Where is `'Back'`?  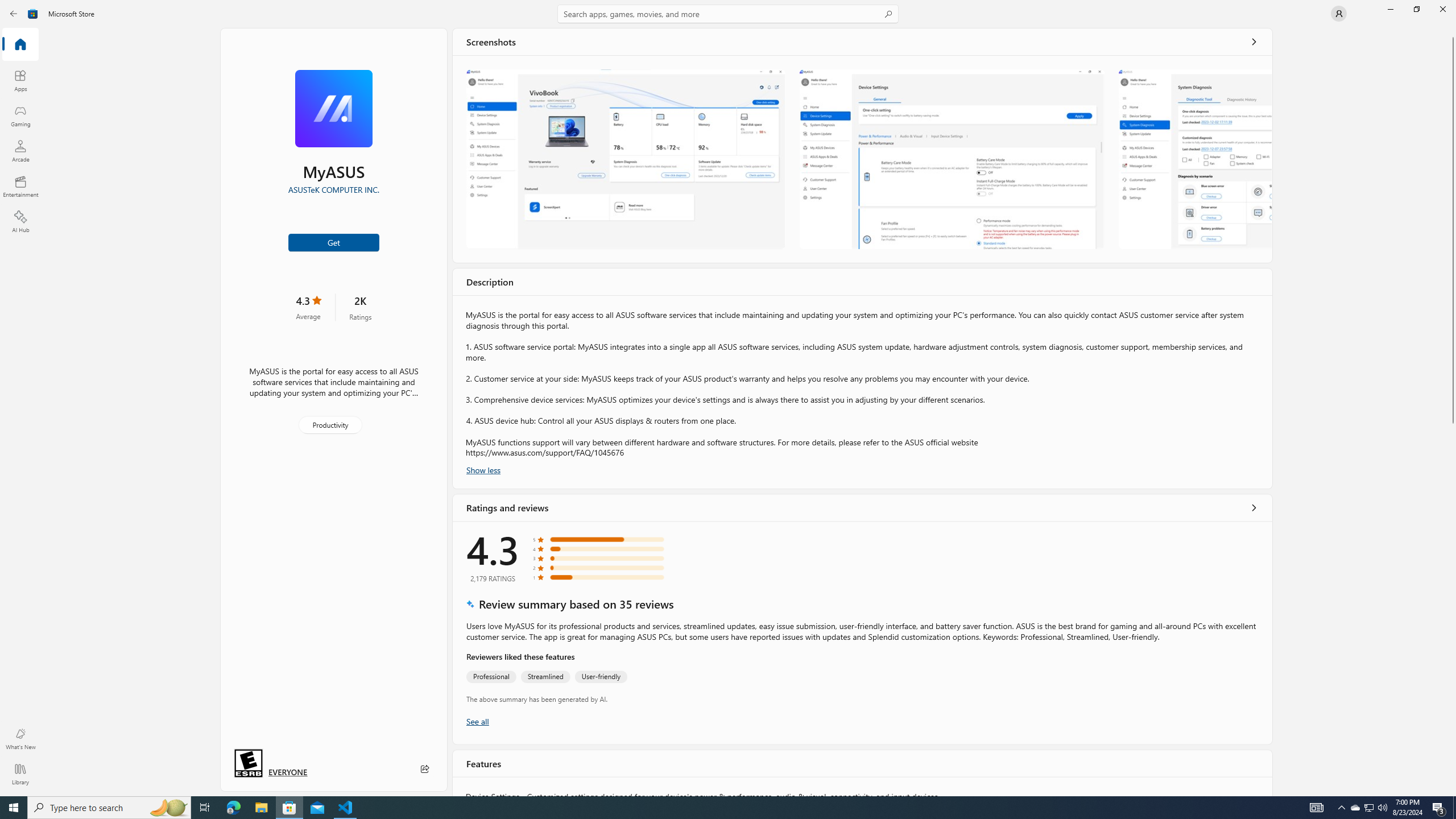
'Back' is located at coordinates (14, 13).